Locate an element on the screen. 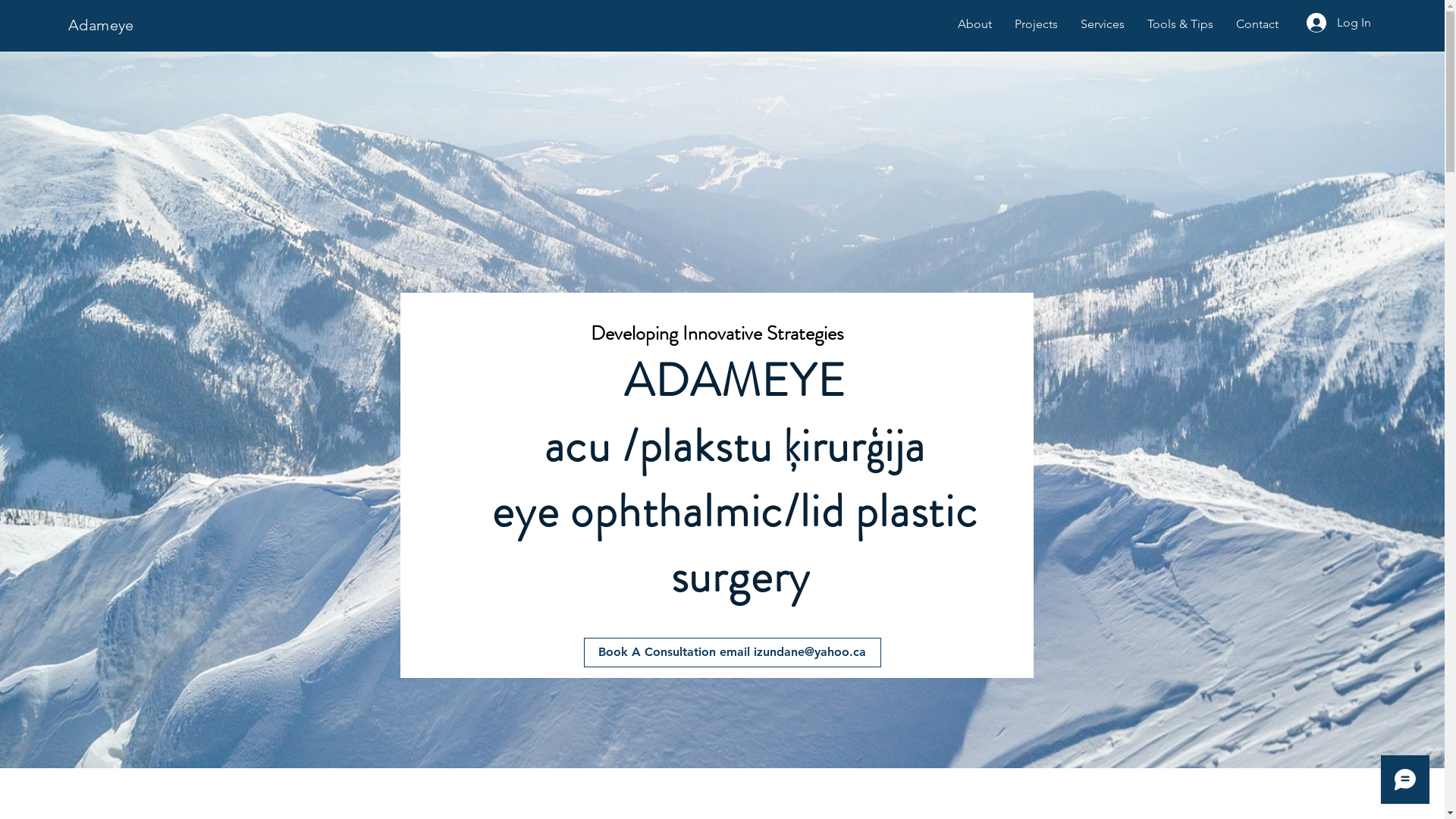  'Projects' is located at coordinates (1035, 24).